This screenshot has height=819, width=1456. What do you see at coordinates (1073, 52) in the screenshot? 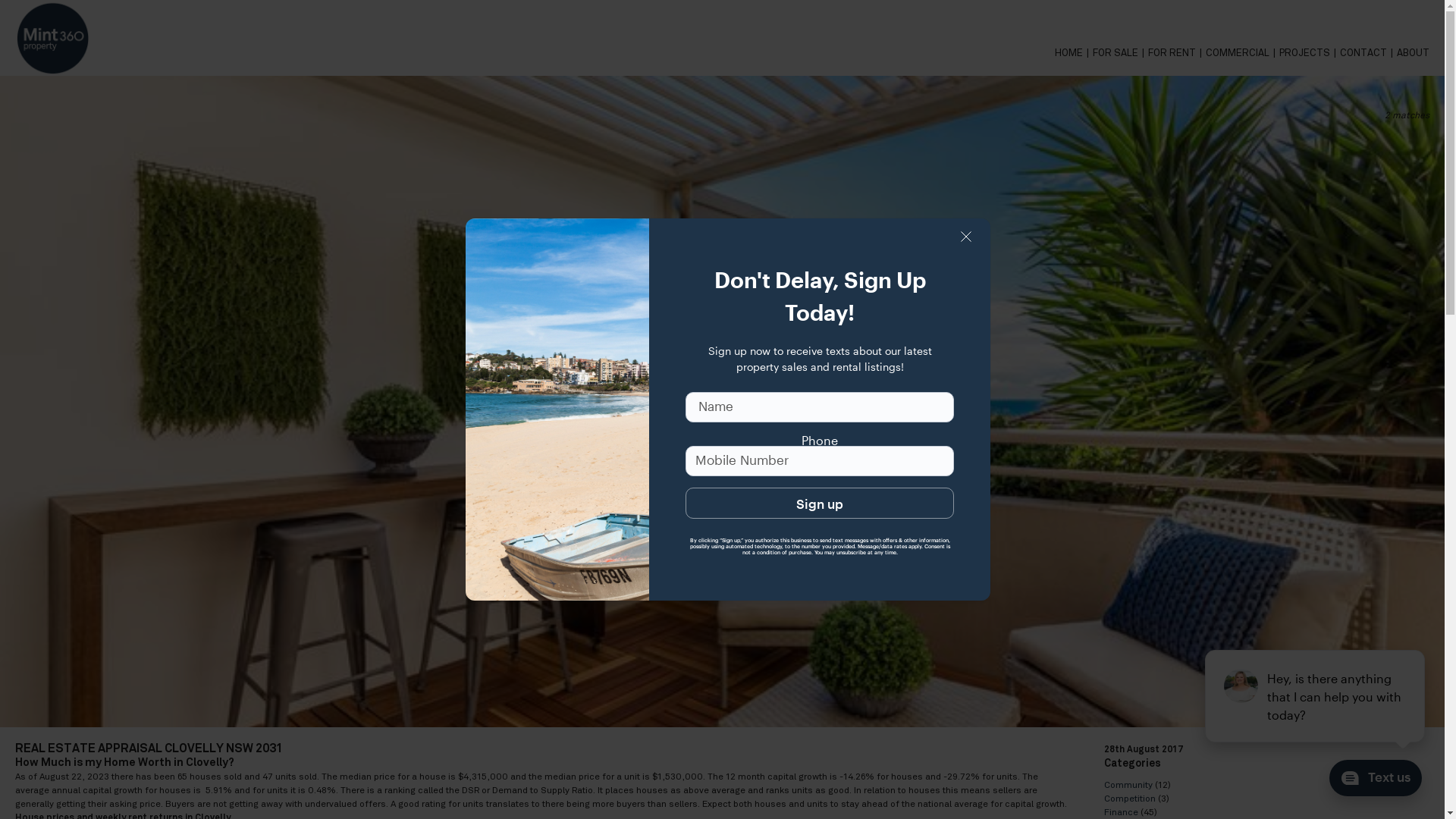
I see `'HOME'` at bounding box center [1073, 52].